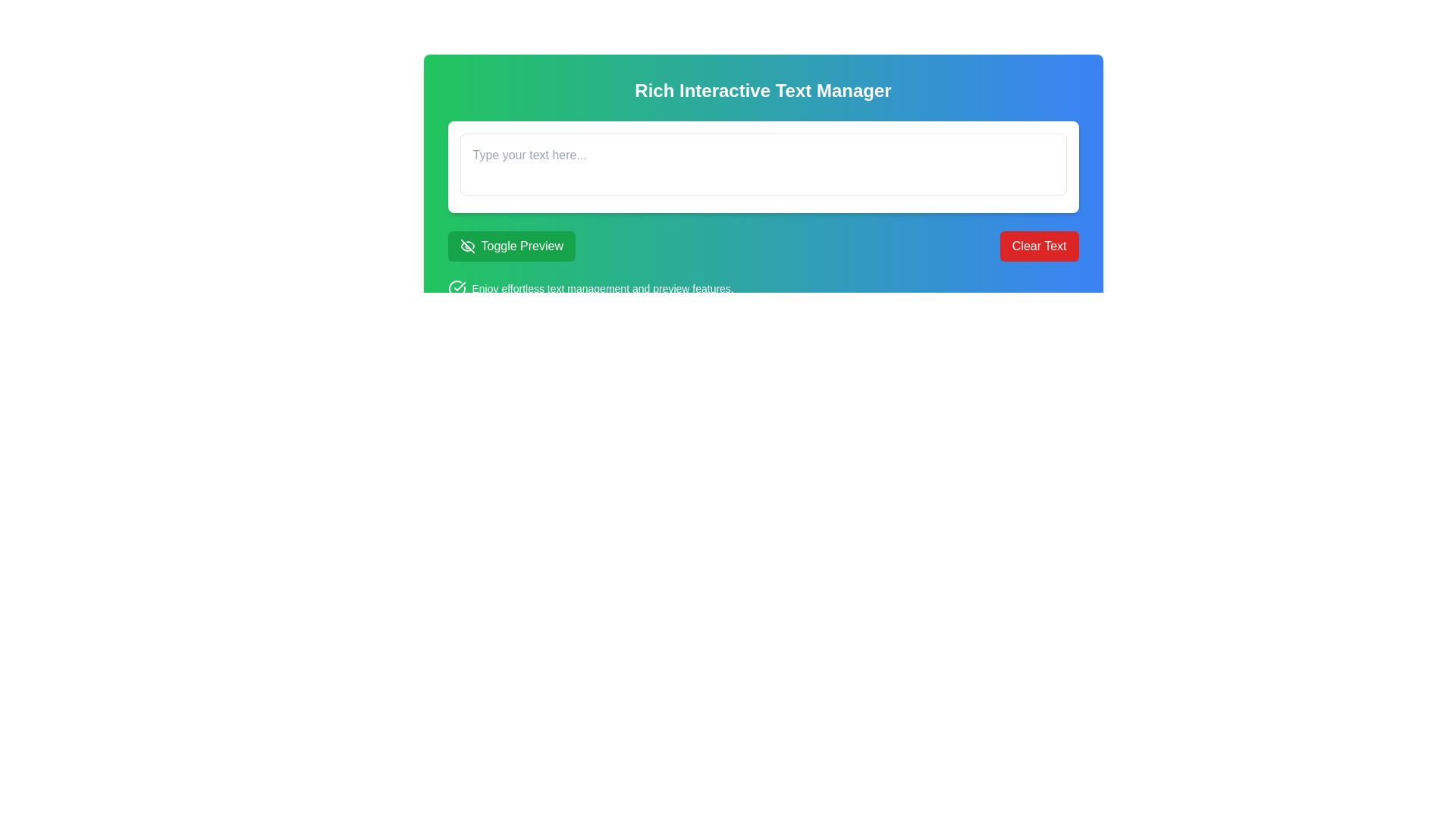  What do you see at coordinates (511, 245) in the screenshot?
I see `the 'Toggle Preview' button, which is a rectangular green button with rounded corners, featuring an eye-off icon and the text 'Toggle Preview' in white` at bounding box center [511, 245].